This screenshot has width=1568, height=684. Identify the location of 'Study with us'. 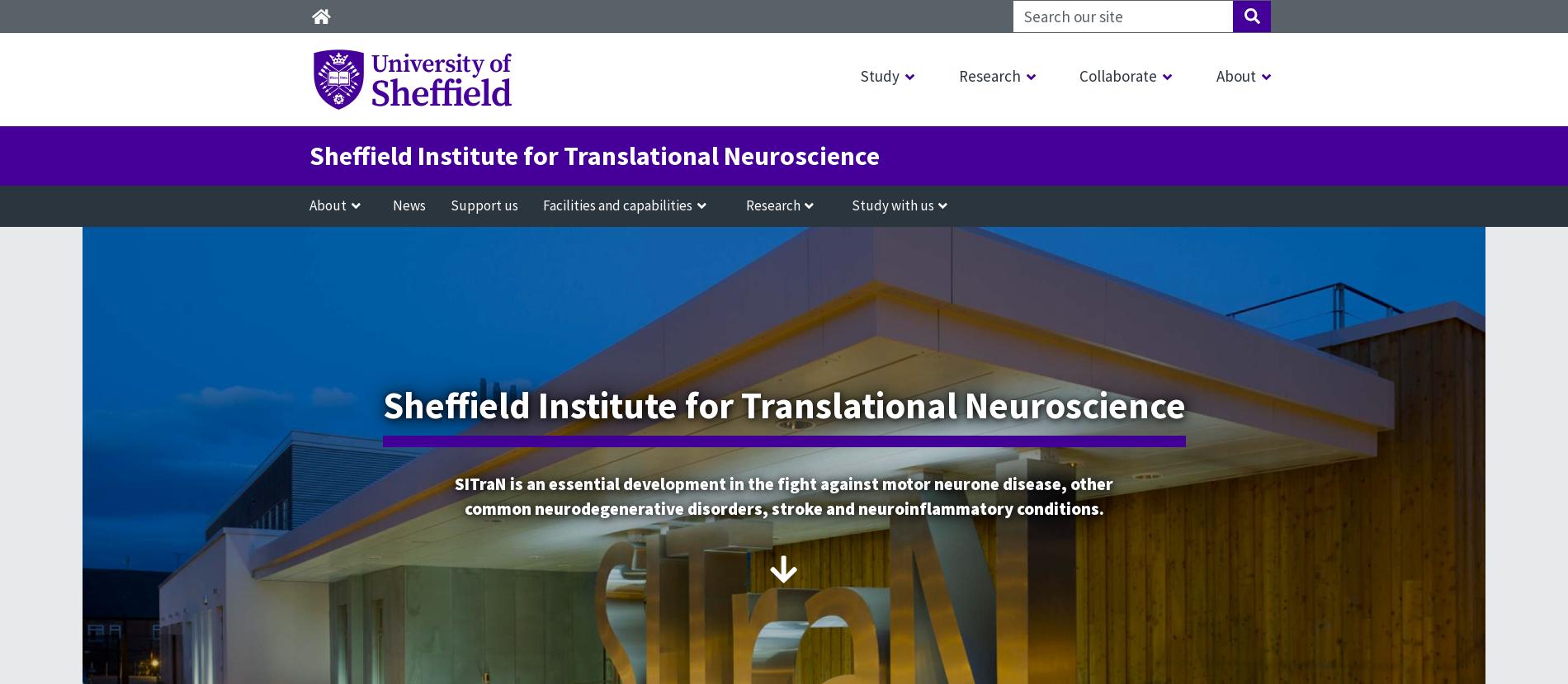
(893, 205).